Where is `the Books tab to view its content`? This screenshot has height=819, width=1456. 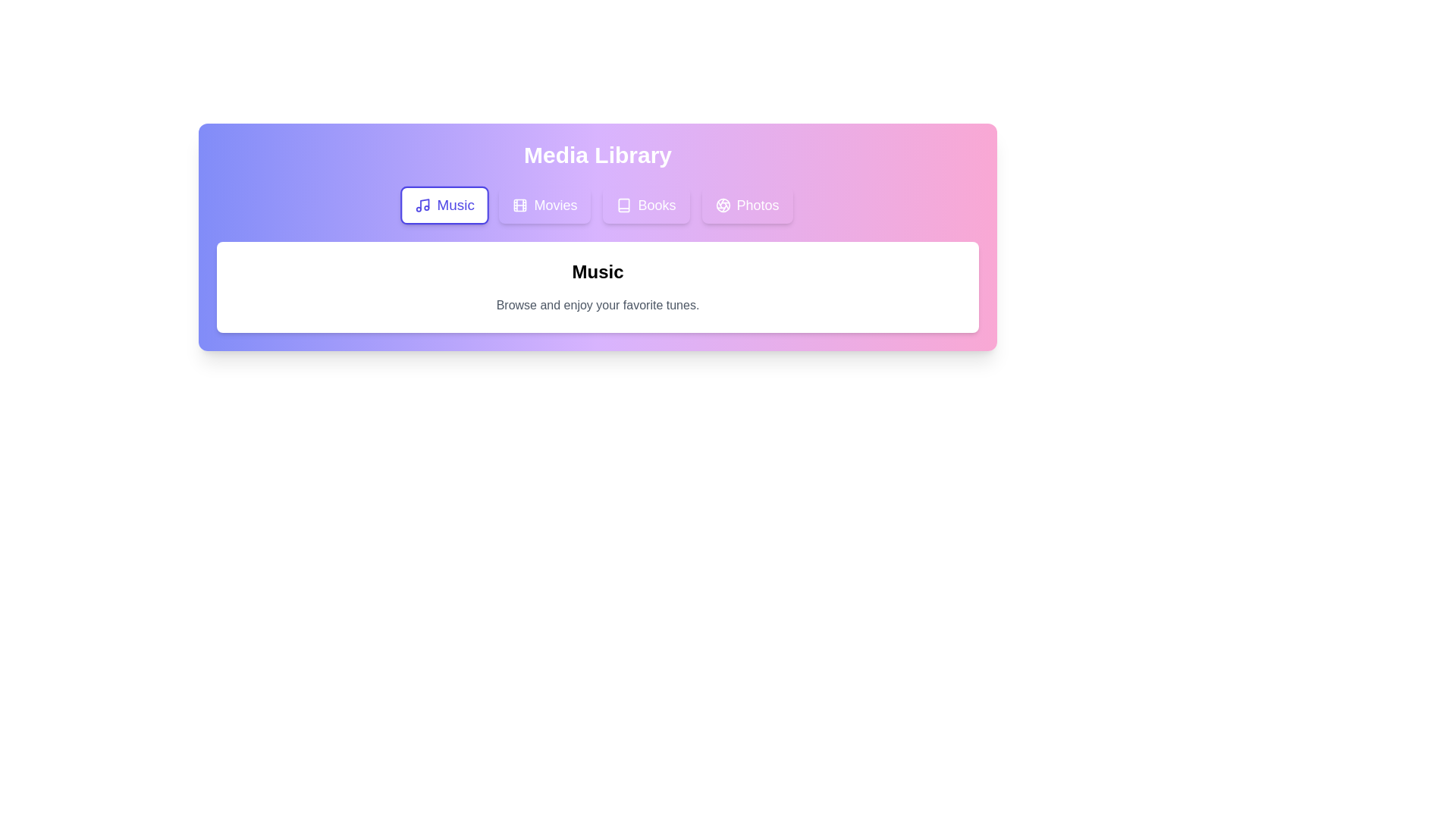
the Books tab to view its content is located at coordinates (646, 205).